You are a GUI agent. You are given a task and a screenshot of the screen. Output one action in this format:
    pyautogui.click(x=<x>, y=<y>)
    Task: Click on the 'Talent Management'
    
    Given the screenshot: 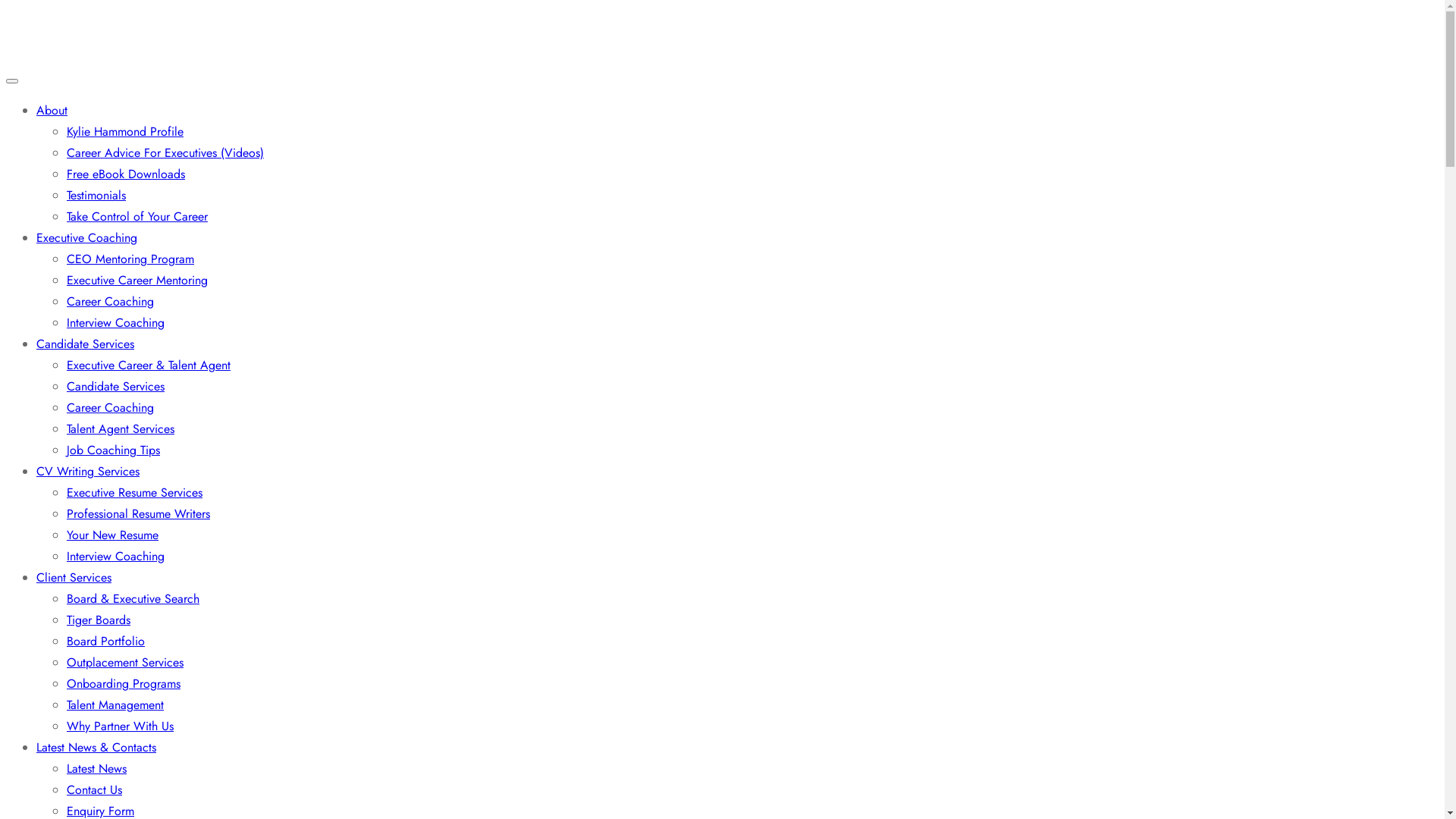 What is the action you would take?
    pyautogui.click(x=115, y=704)
    